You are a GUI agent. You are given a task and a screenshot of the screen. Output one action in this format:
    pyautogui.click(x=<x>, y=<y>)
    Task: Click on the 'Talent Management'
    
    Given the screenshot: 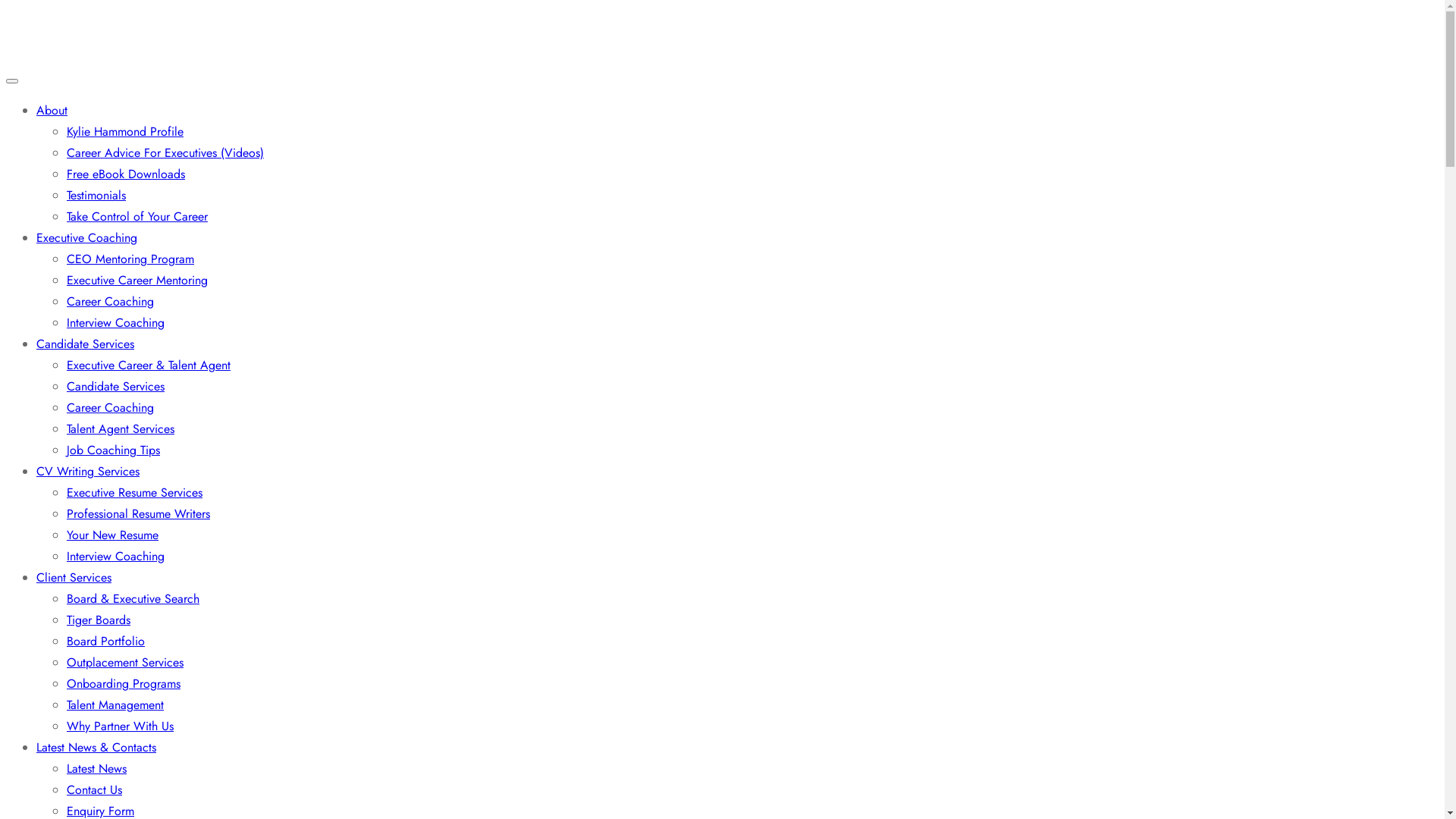 What is the action you would take?
    pyautogui.click(x=115, y=704)
    